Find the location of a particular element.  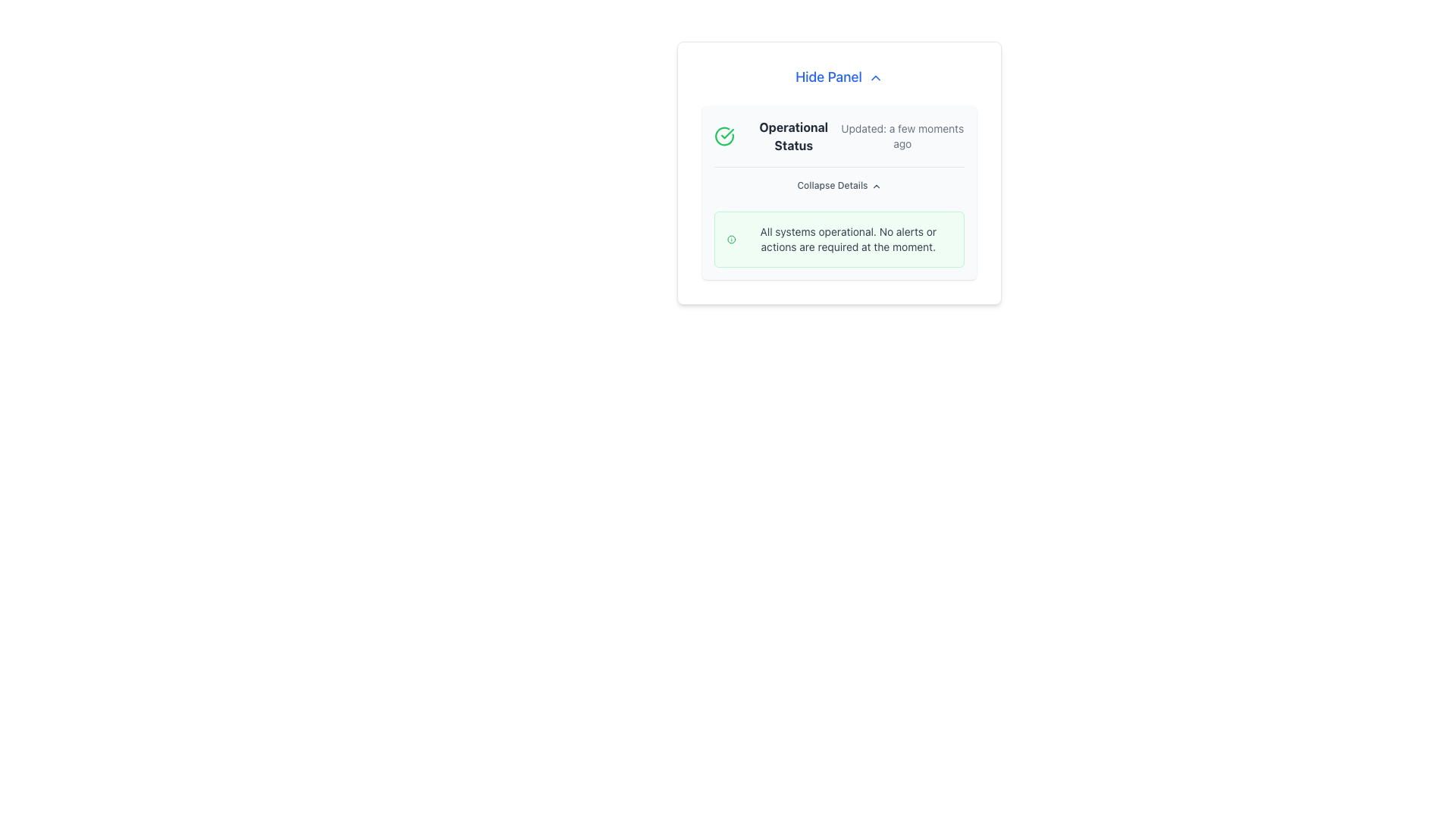

the informational text label that indicates the operational status, which currently states no actions are required, located within a green-bordered rectangular box below the 'Operational Status' section is located at coordinates (847, 239).